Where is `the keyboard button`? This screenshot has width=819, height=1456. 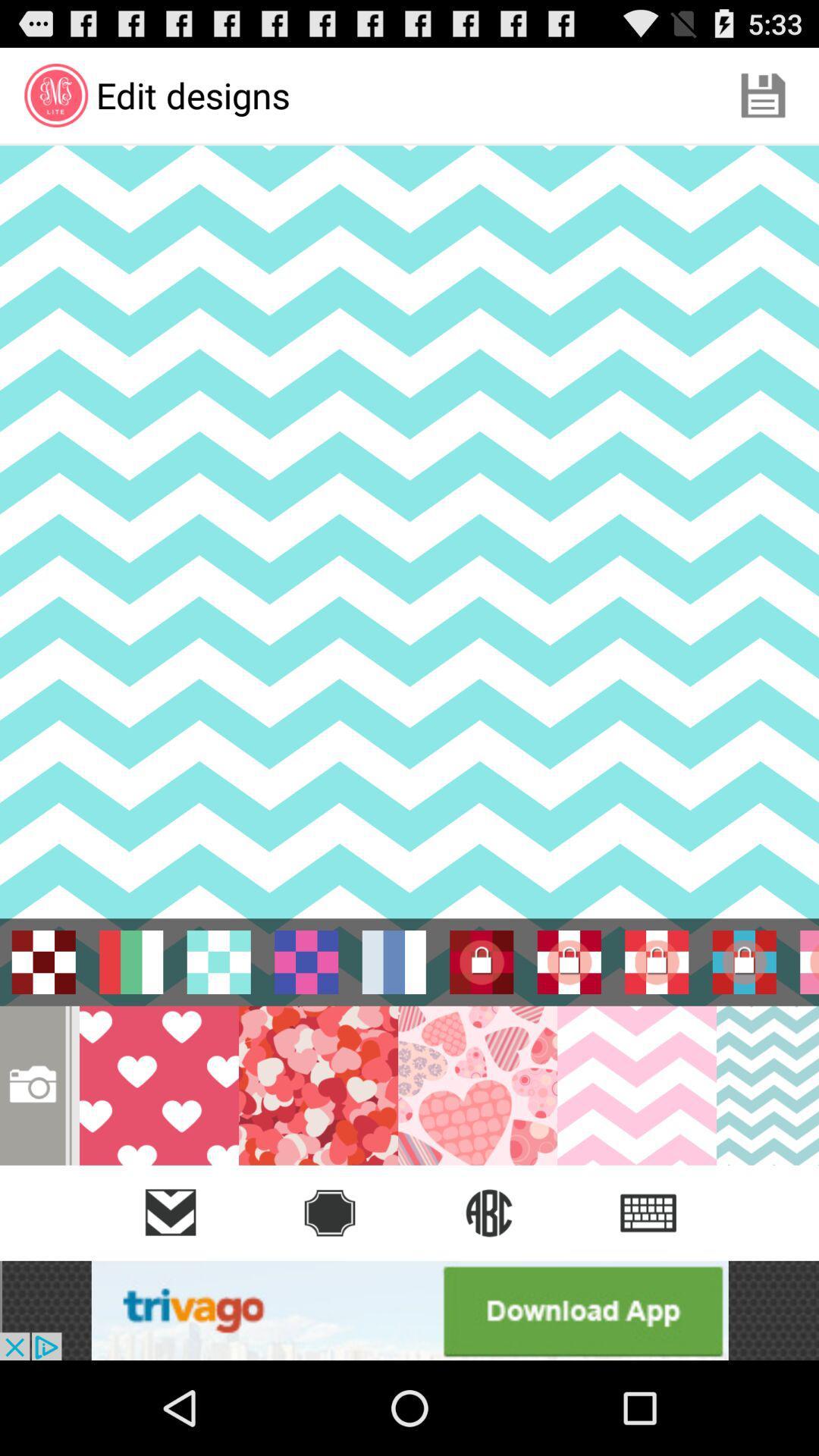 the keyboard button is located at coordinates (648, 1212).